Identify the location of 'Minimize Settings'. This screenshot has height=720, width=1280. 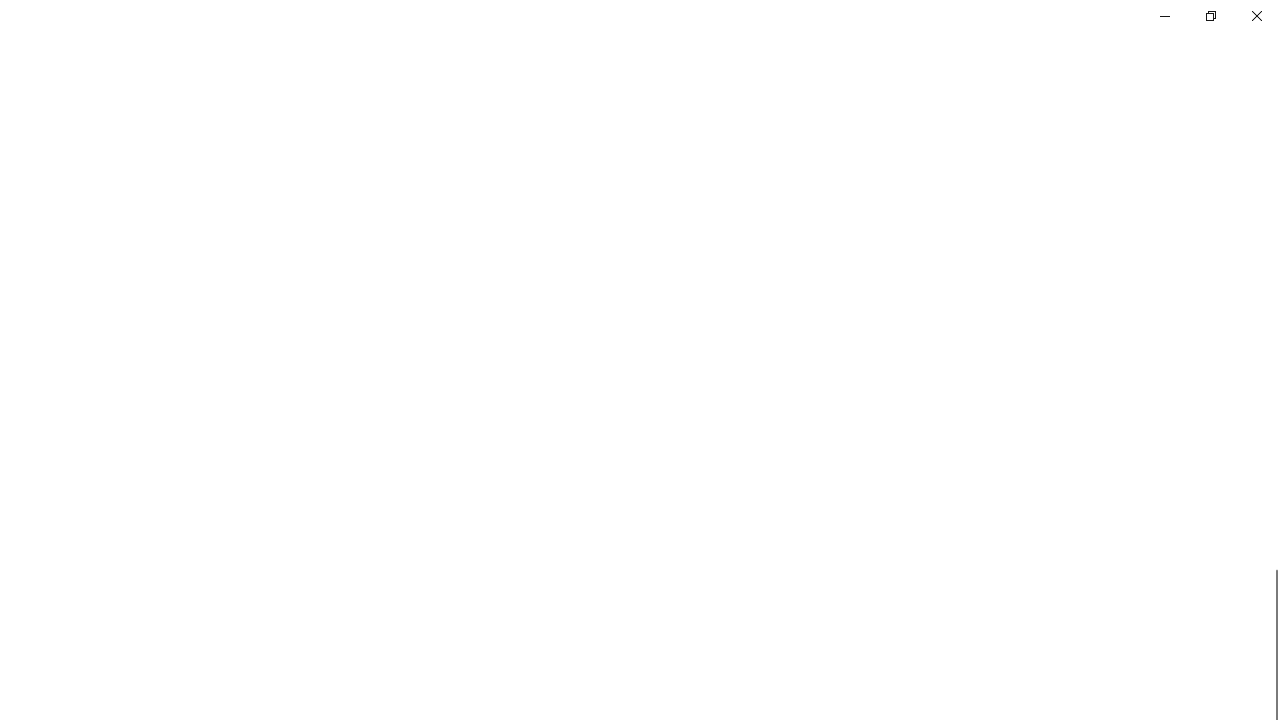
(1164, 15).